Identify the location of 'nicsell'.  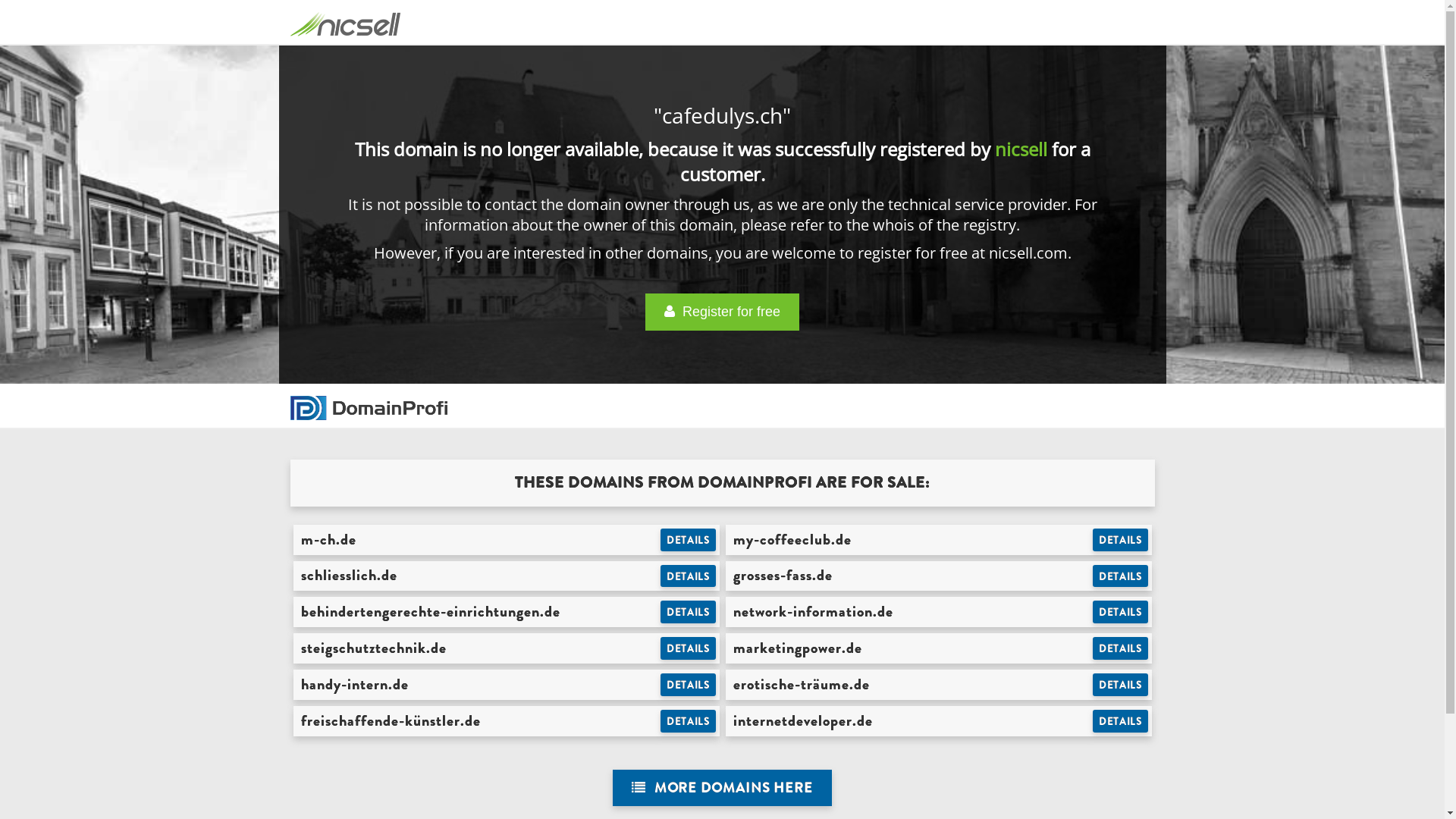
(1021, 149).